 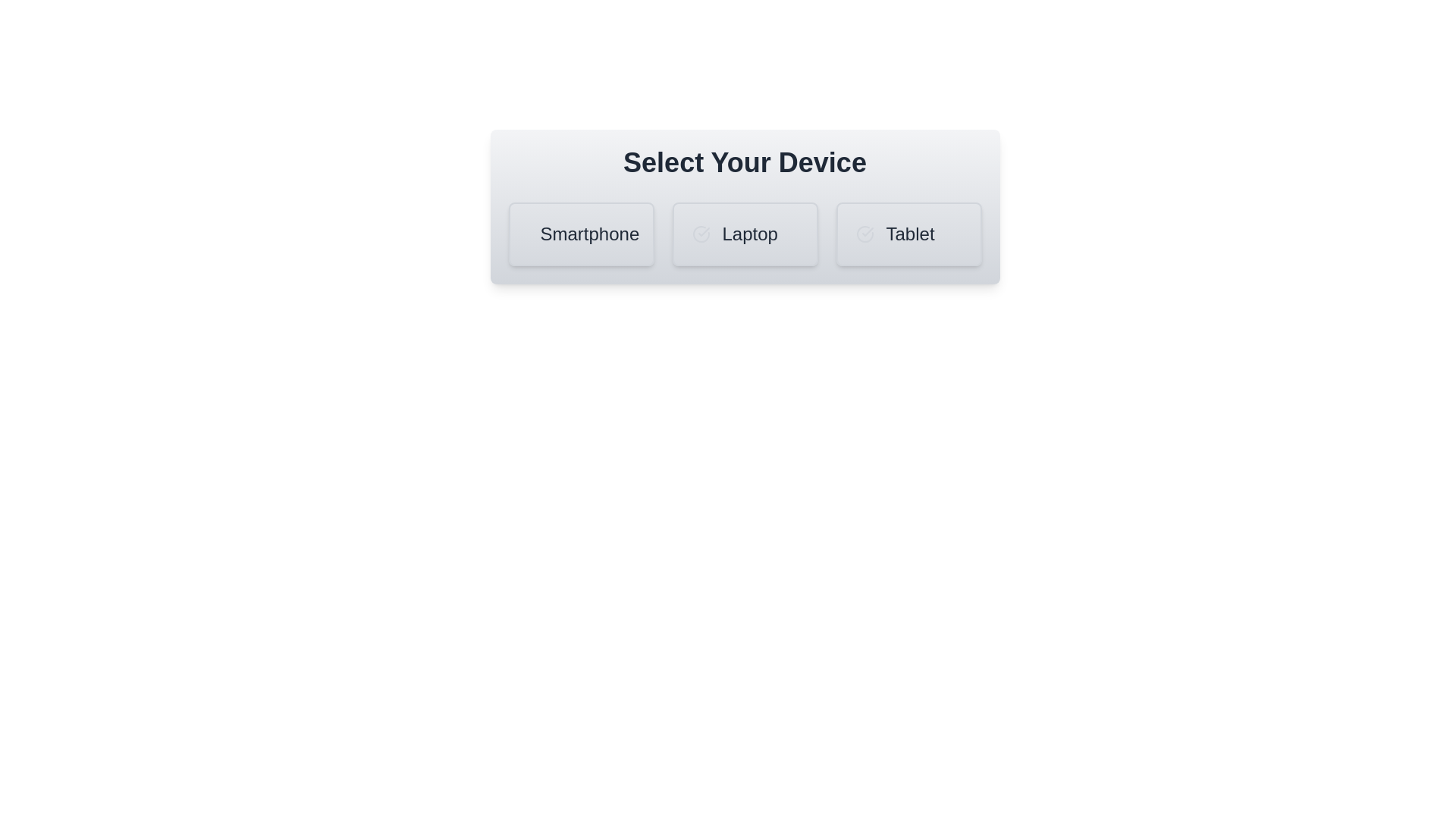 I want to click on the 'Smartphone' text label, which indicates the type of device that can be chosen in the 'Select Your Device' section, so click(x=580, y=234).